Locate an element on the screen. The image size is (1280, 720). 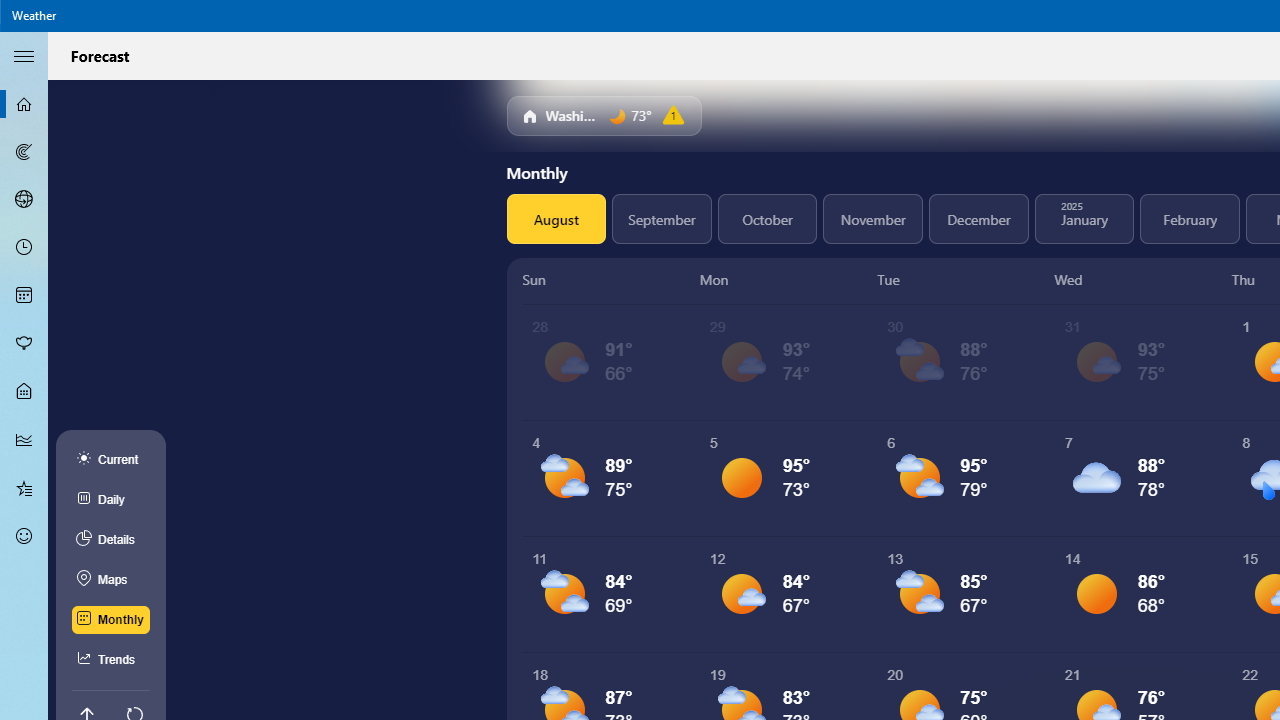
'Hourly Forecast - Not Selected' is located at coordinates (24, 247).